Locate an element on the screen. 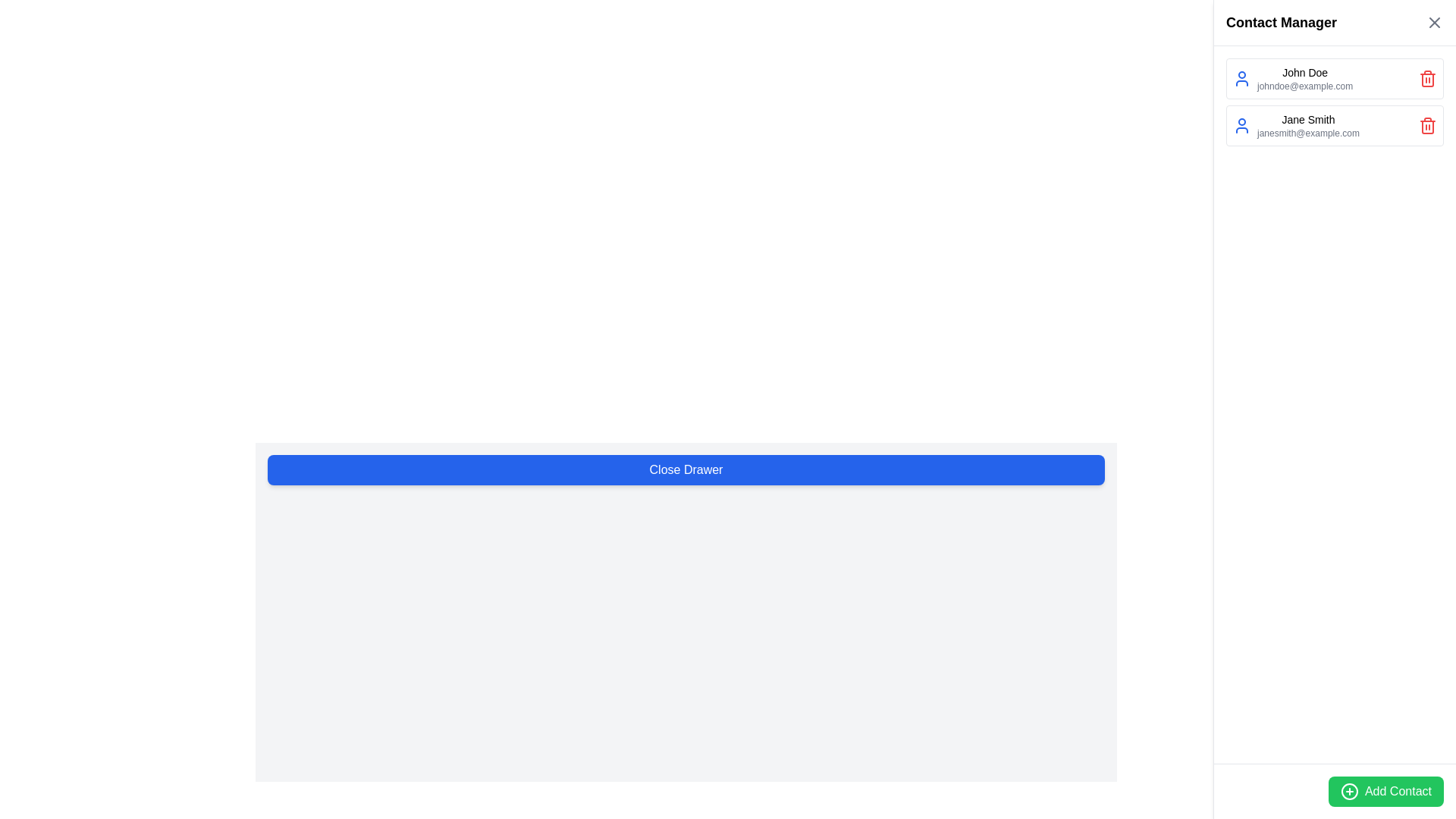 The width and height of the screenshot is (1456, 819). the small gray cross icon at the top-right corner of the 'Contact Manager' section, which highlights red on hover is located at coordinates (1433, 23).